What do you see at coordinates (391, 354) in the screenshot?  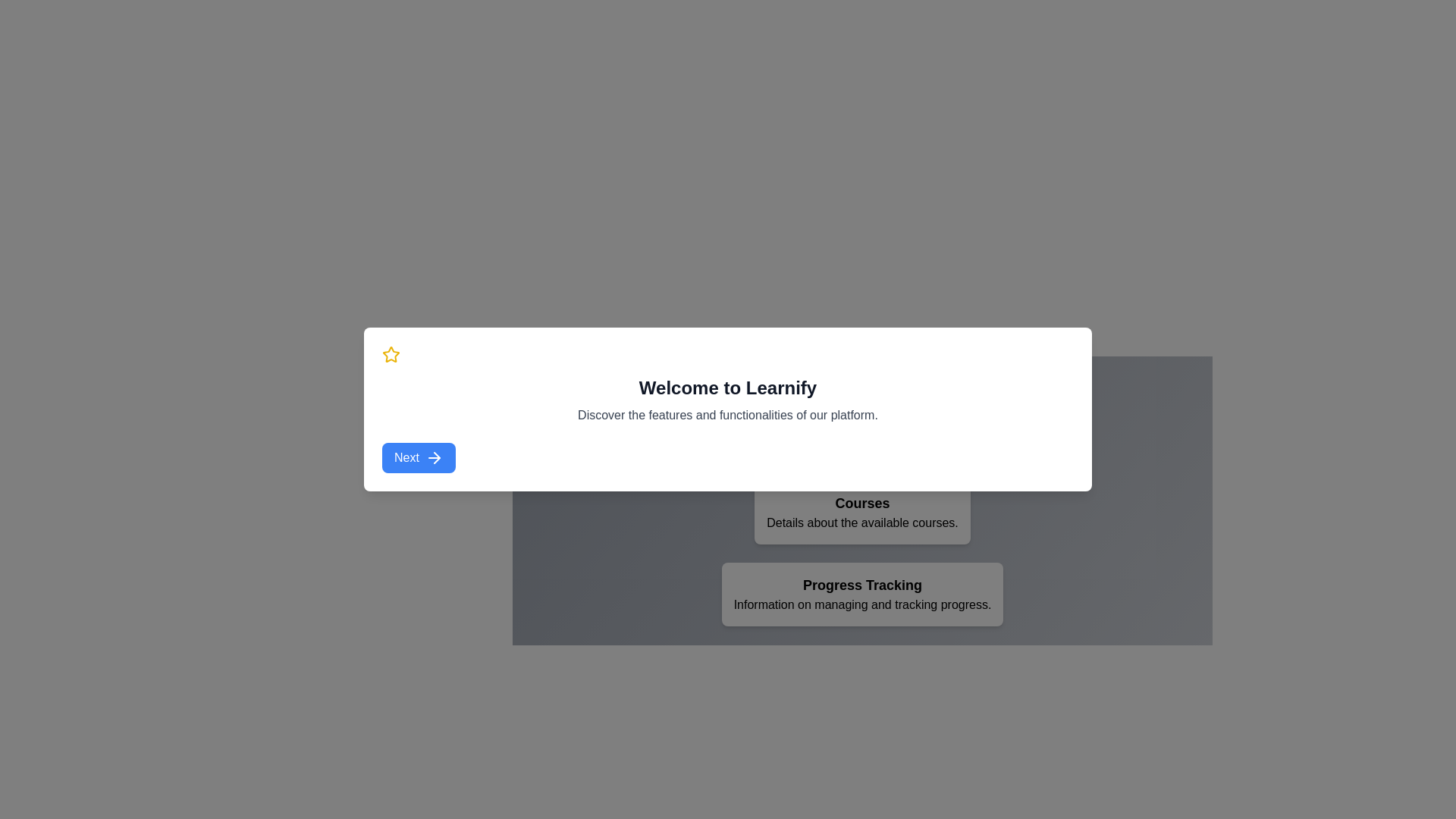 I see `the star icon located in the upper-left corner of the white modal pop-up window, near the top-left corner of the window's header area` at bounding box center [391, 354].